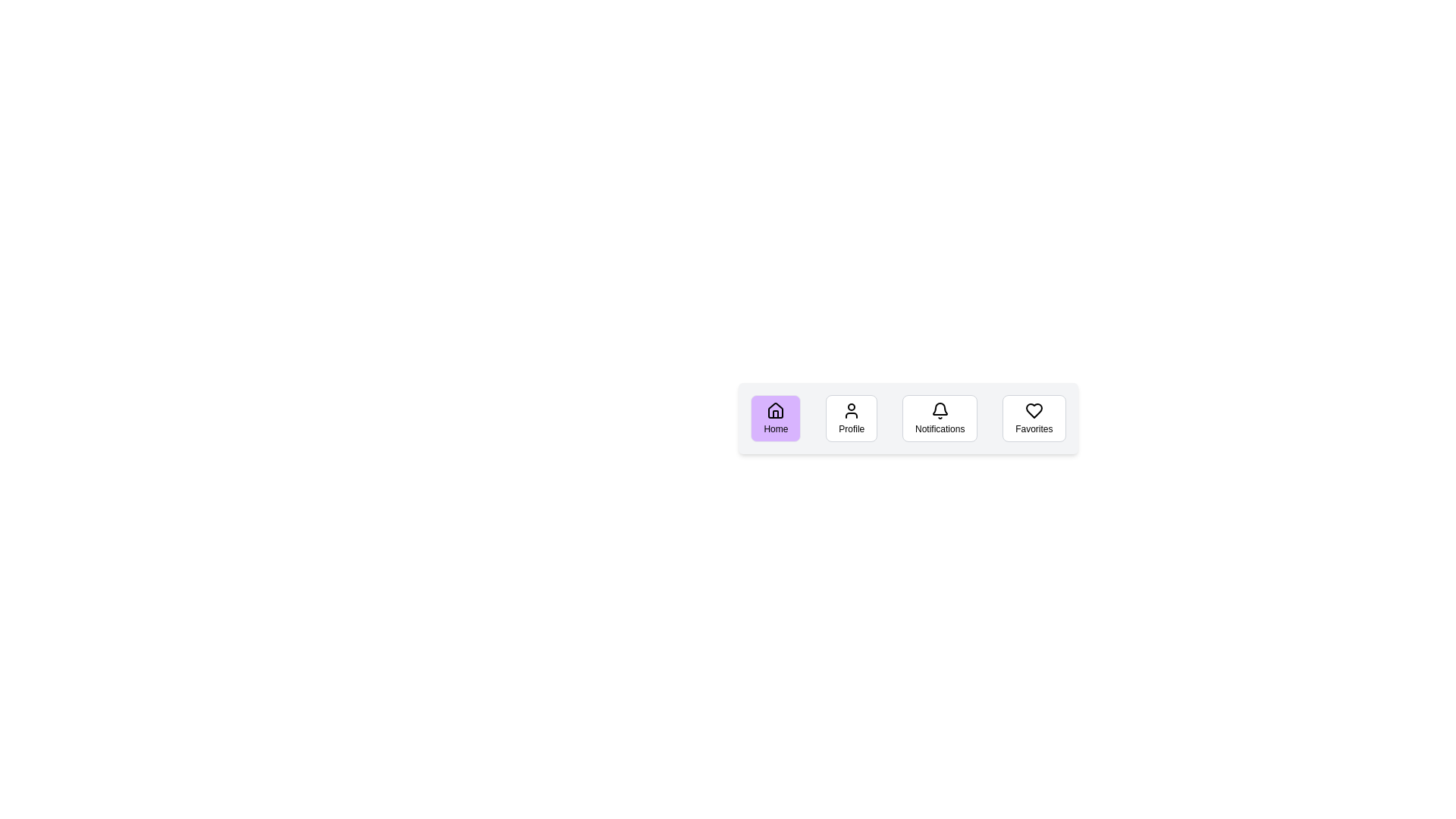 This screenshot has height=819, width=1456. What do you see at coordinates (775, 418) in the screenshot?
I see `the Home button to navigate to the corresponding section` at bounding box center [775, 418].